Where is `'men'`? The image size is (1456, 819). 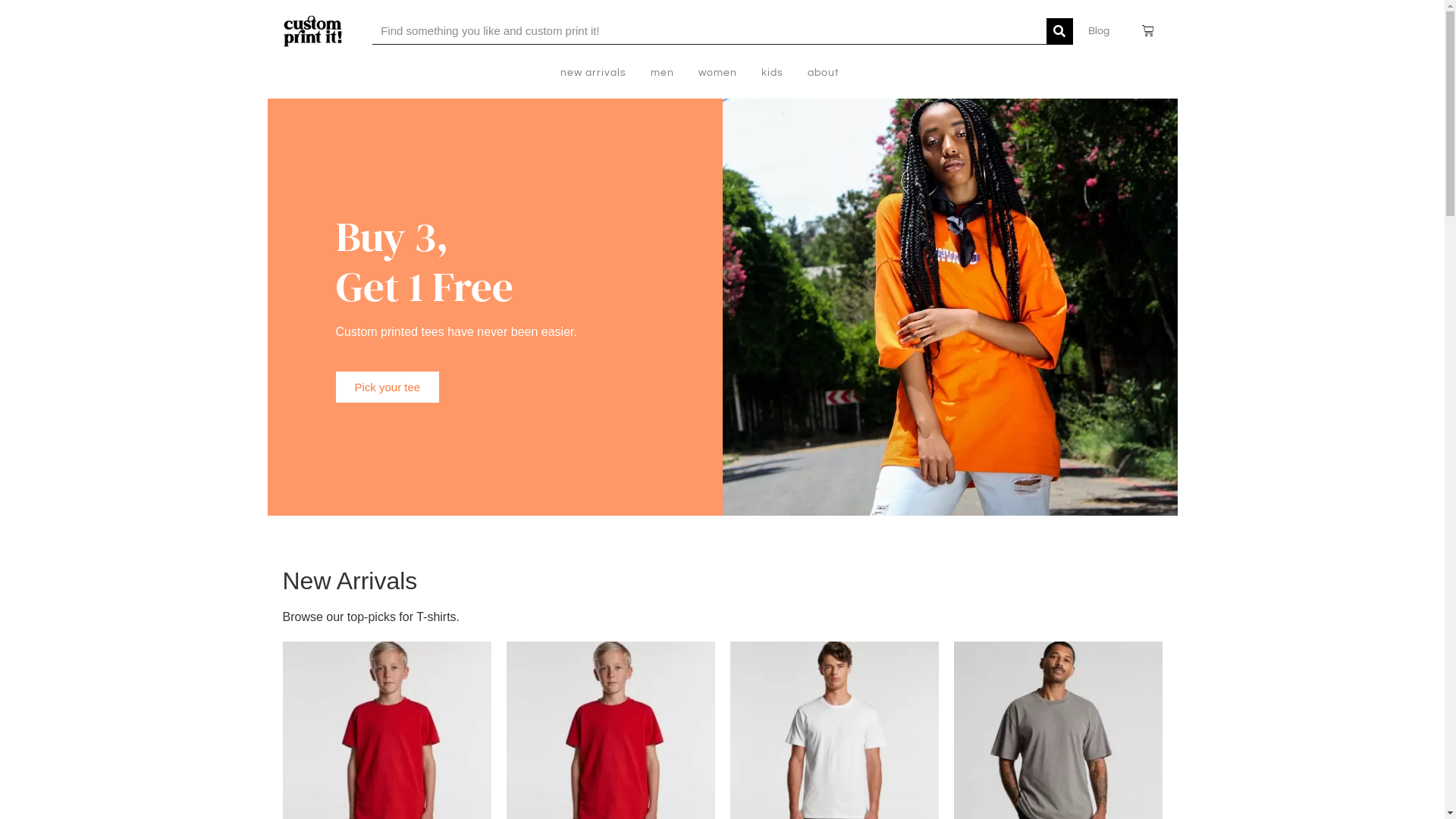
'men' is located at coordinates (651, 73).